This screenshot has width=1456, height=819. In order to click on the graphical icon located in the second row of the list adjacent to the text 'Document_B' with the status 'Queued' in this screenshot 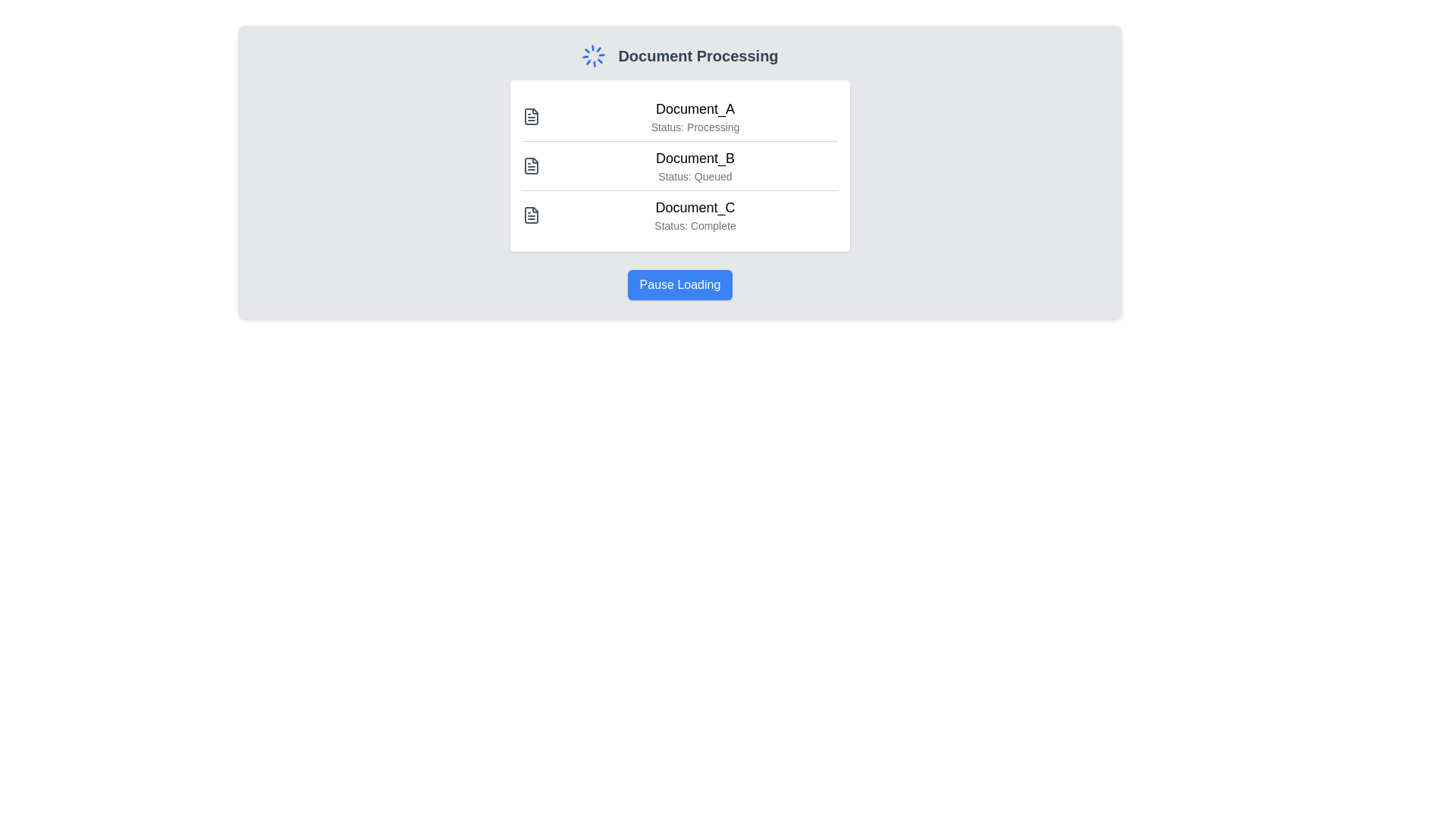, I will do `click(531, 166)`.